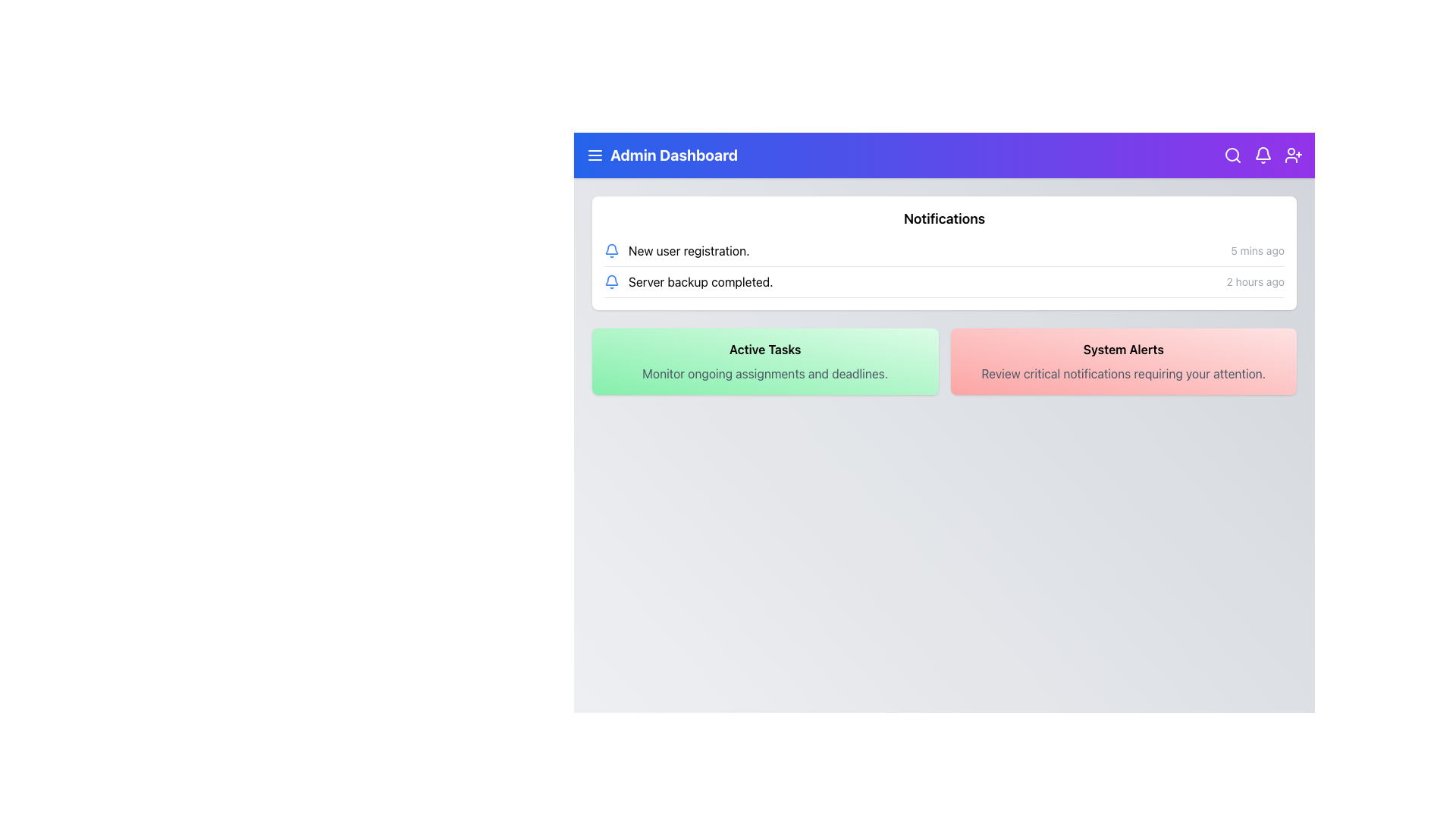 This screenshot has height=819, width=1456. Describe the element at coordinates (1233, 155) in the screenshot. I see `the magnifying glass icon button with a white outline and purple background located in the top-right corner of the header bar` at that location.